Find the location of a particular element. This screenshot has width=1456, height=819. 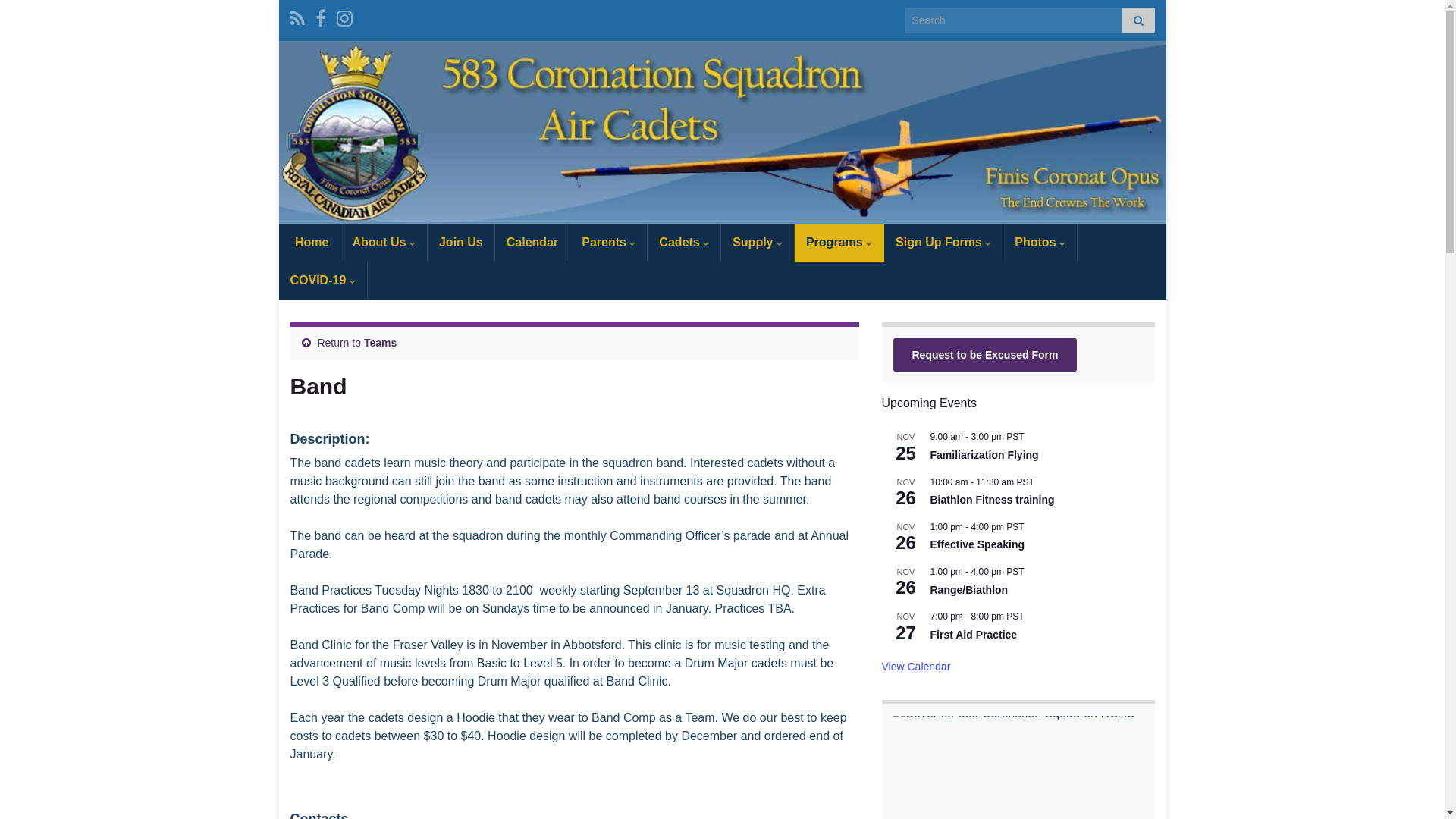

'Range/Biathlon' is located at coordinates (968, 589).